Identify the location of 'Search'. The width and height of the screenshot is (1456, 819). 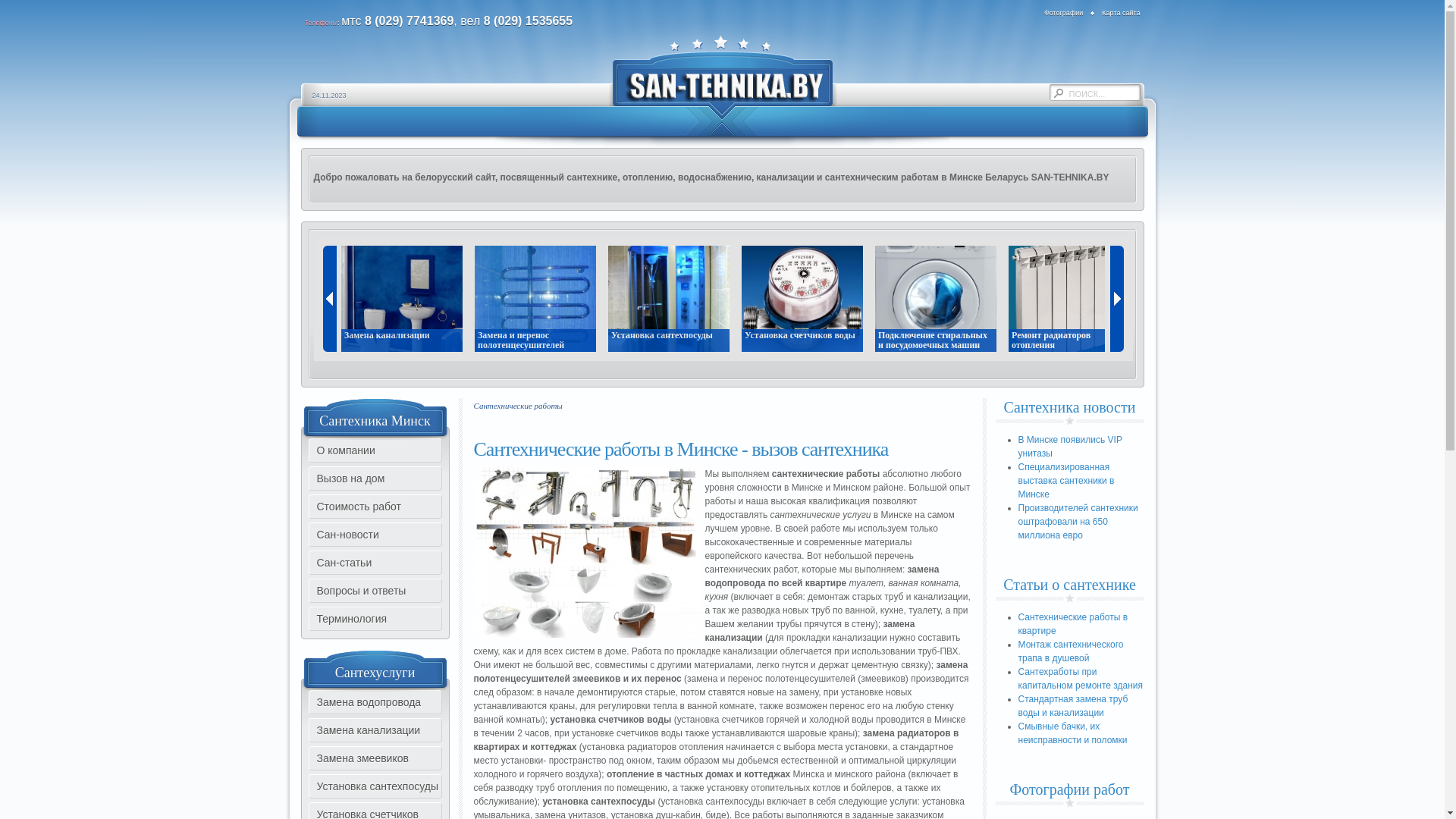
(1048, 93).